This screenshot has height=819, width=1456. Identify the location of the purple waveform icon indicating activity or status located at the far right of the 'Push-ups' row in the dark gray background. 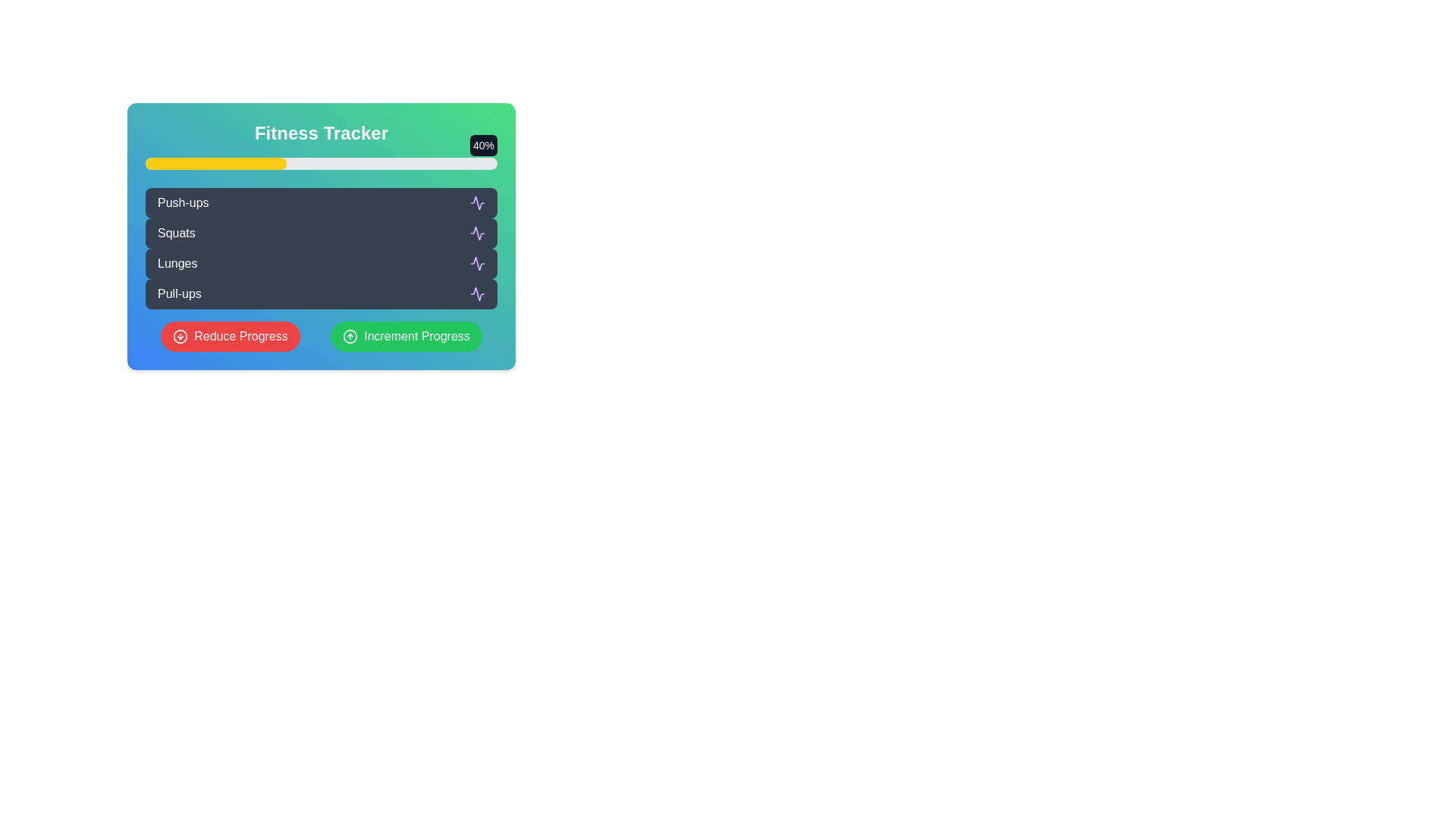
(476, 202).